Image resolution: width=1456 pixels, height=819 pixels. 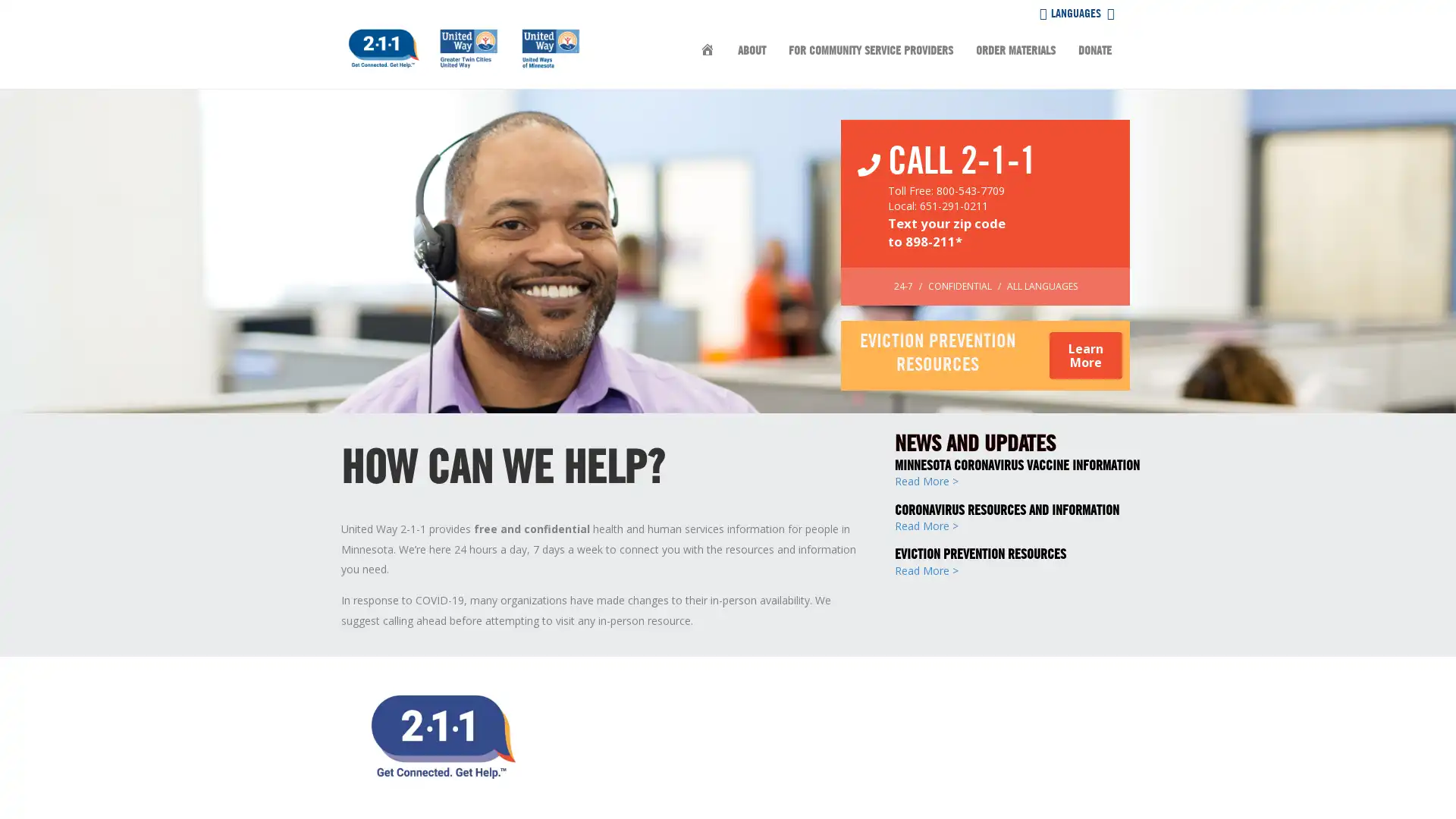 I want to click on Learn More, so click(x=1084, y=356).